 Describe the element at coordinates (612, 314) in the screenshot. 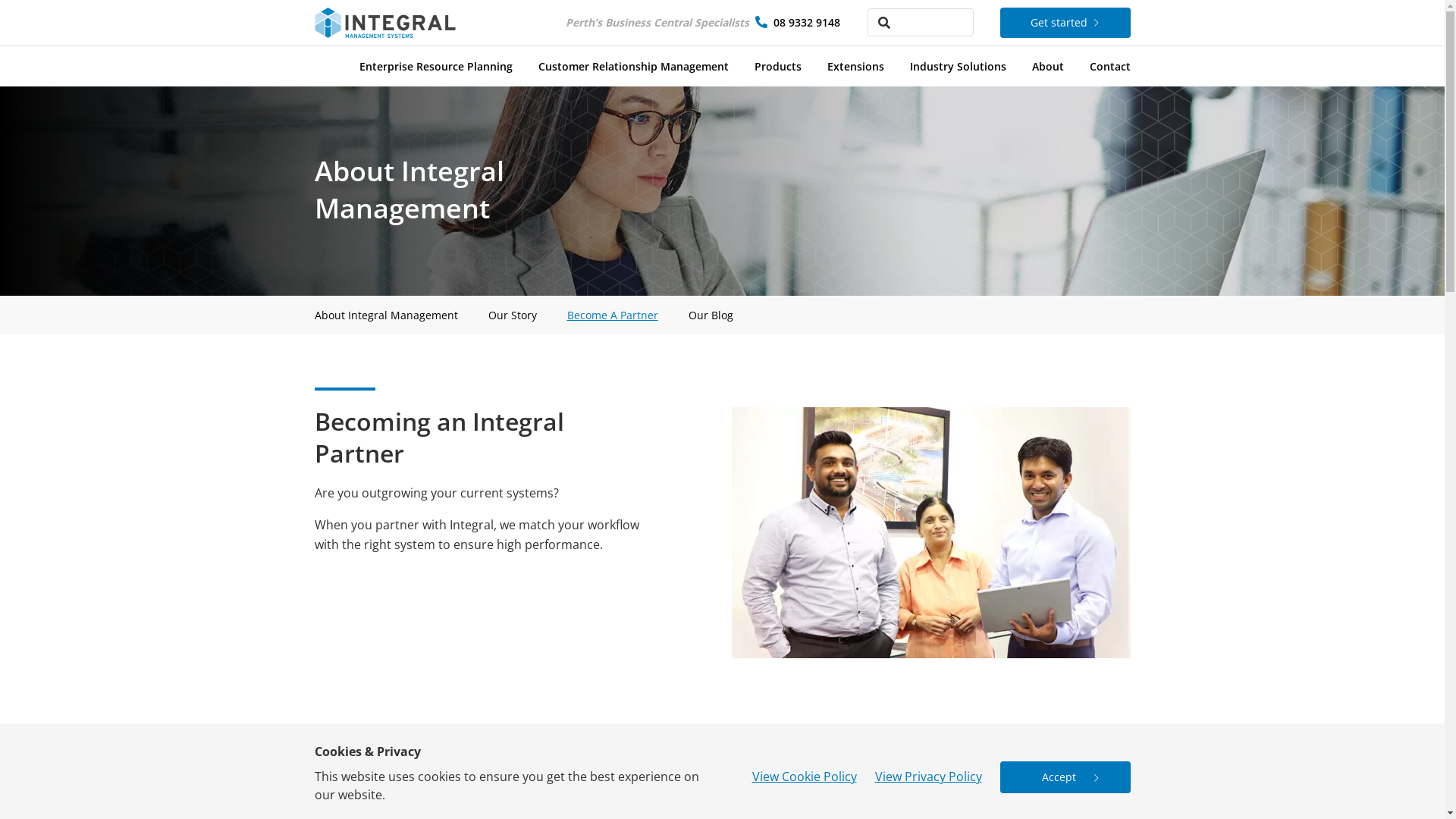

I see `'Become A Partner'` at that location.